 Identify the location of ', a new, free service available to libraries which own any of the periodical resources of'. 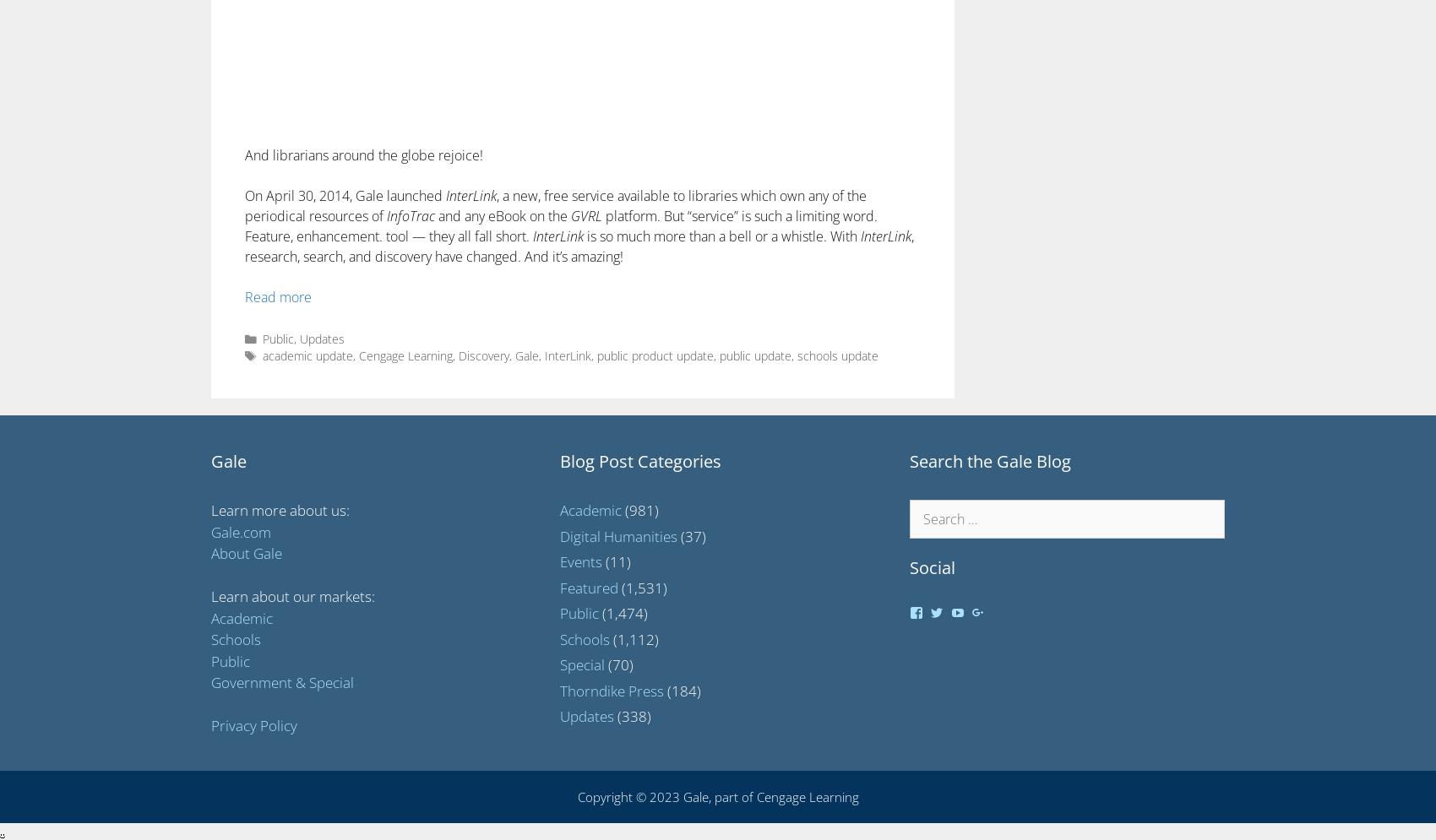
(245, 205).